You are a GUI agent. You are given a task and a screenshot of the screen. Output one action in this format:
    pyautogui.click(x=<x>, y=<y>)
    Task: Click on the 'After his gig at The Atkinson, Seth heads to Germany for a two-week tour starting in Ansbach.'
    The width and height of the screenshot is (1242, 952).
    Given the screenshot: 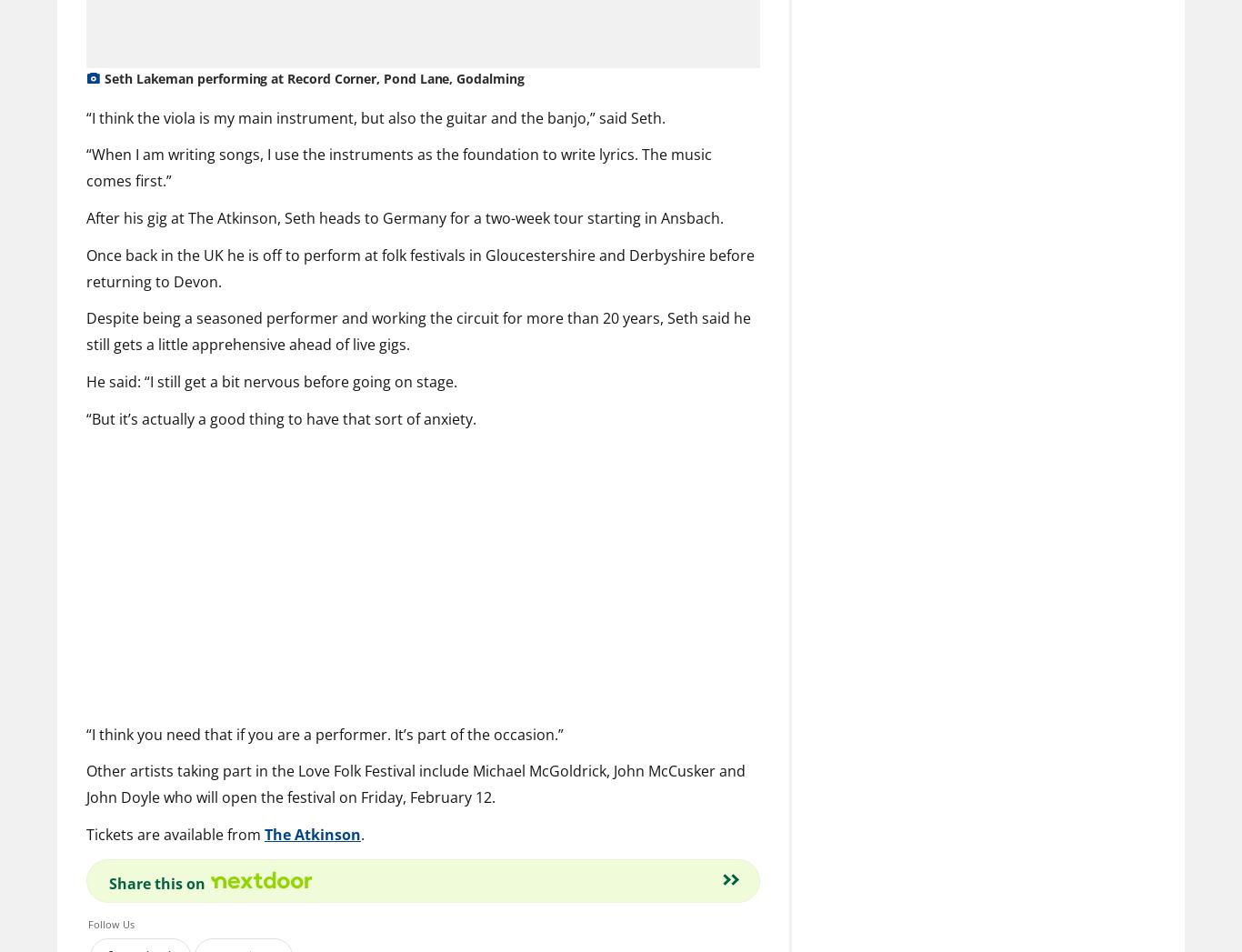 What is the action you would take?
    pyautogui.click(x=404, y=217)
    